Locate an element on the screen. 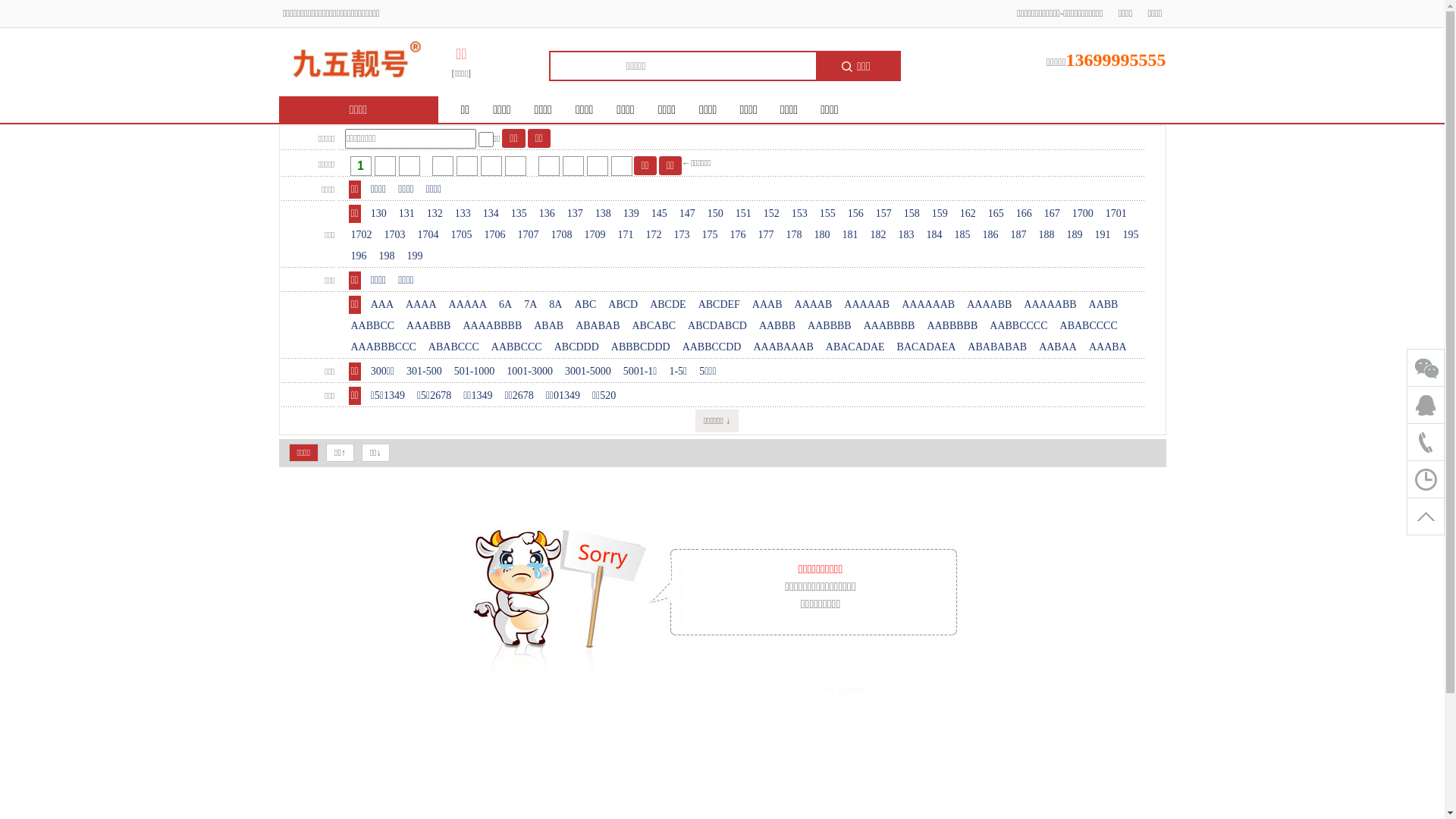  'AABB' is located at coordinates (1103, 304).